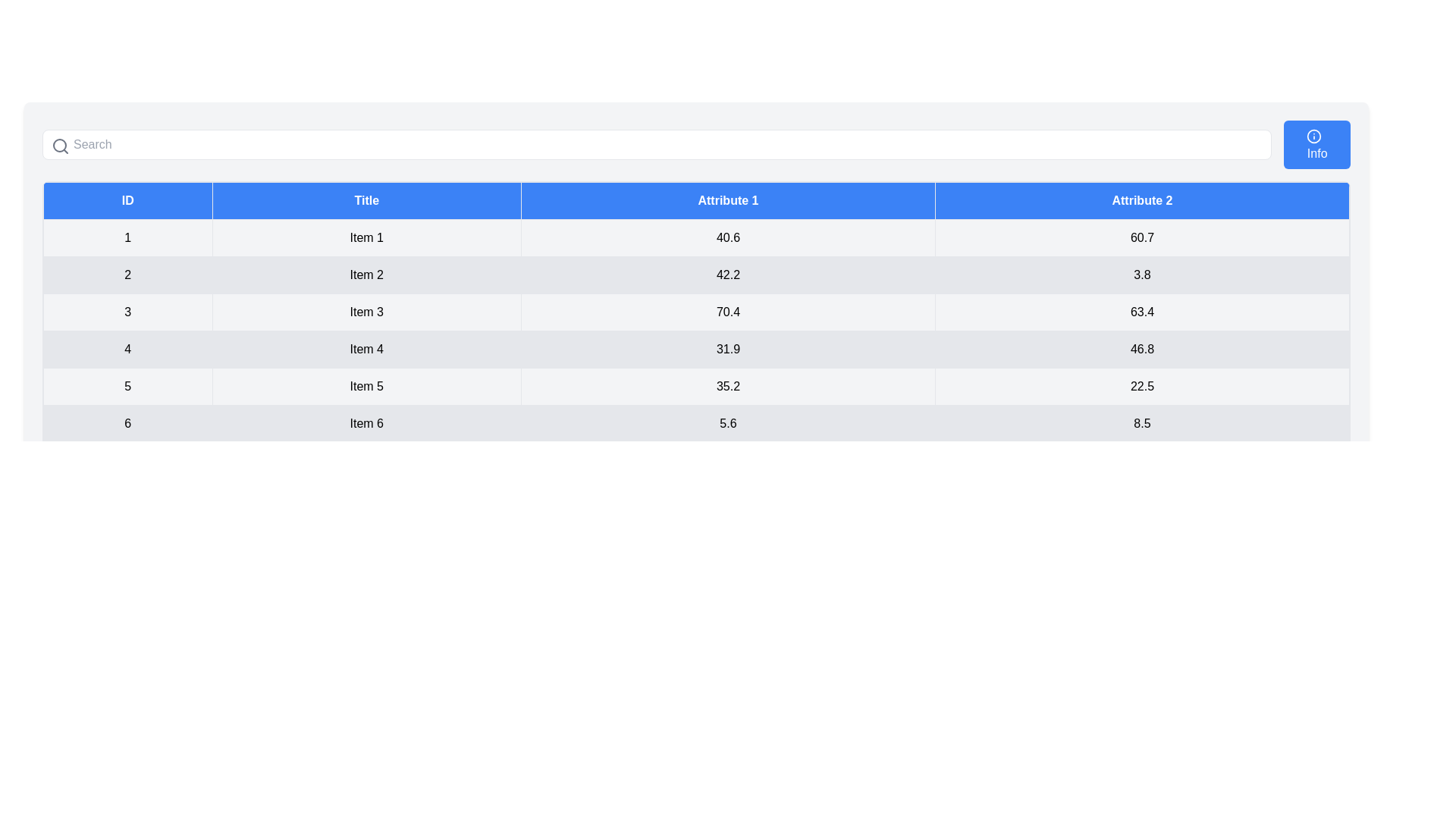  What do you see at coordinates (1142, 200) in the screenshot?
I see `the column header Attribute 2 to sort the table by that column` at bounding box center [1142, 200].